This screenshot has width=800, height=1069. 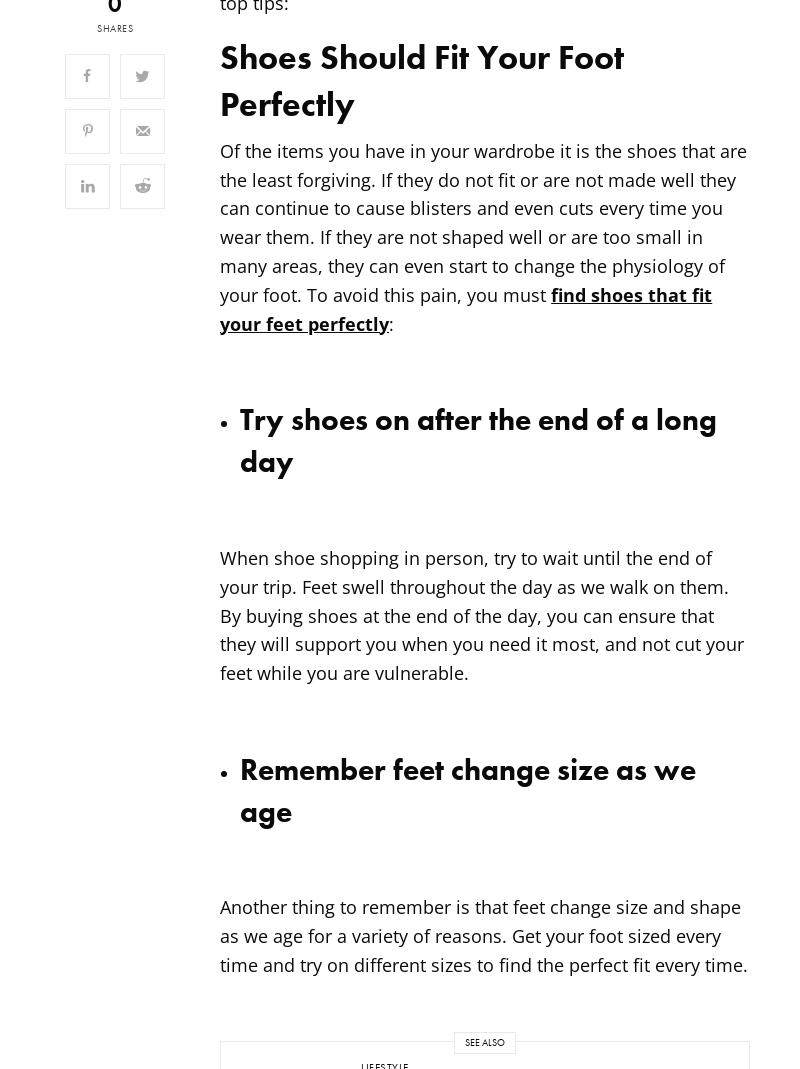 I want to click on 'Another thing to remember is that feet change size and shape as we age for a variety of reasons. Get your foot sized every time and try on different sizes to find the perfect fit every time.', so click(x=484, y=935).